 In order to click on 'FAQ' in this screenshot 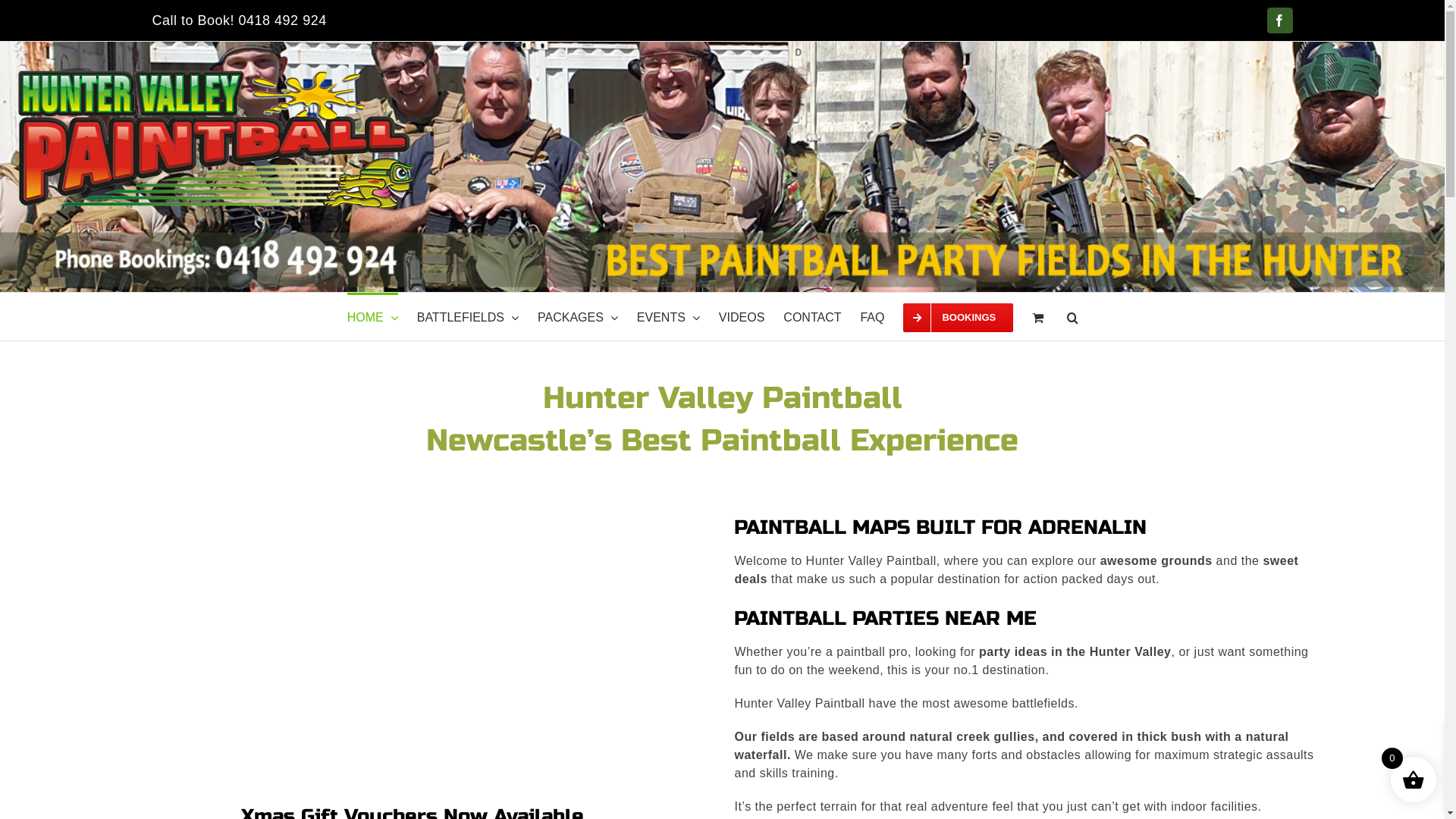, I will do `click(872, 315)`.